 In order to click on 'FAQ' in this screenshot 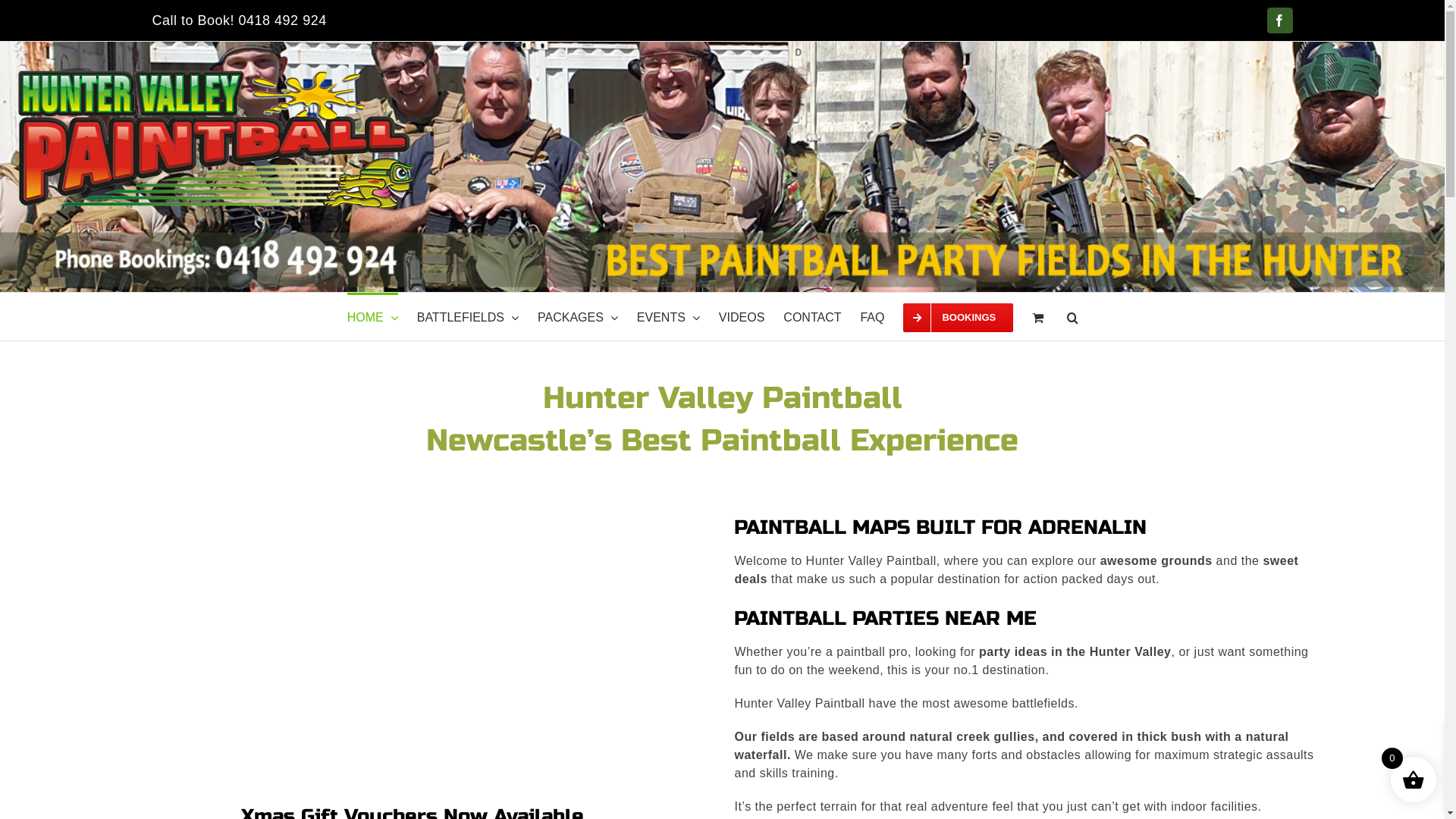, I will do `click(872, 315)`.